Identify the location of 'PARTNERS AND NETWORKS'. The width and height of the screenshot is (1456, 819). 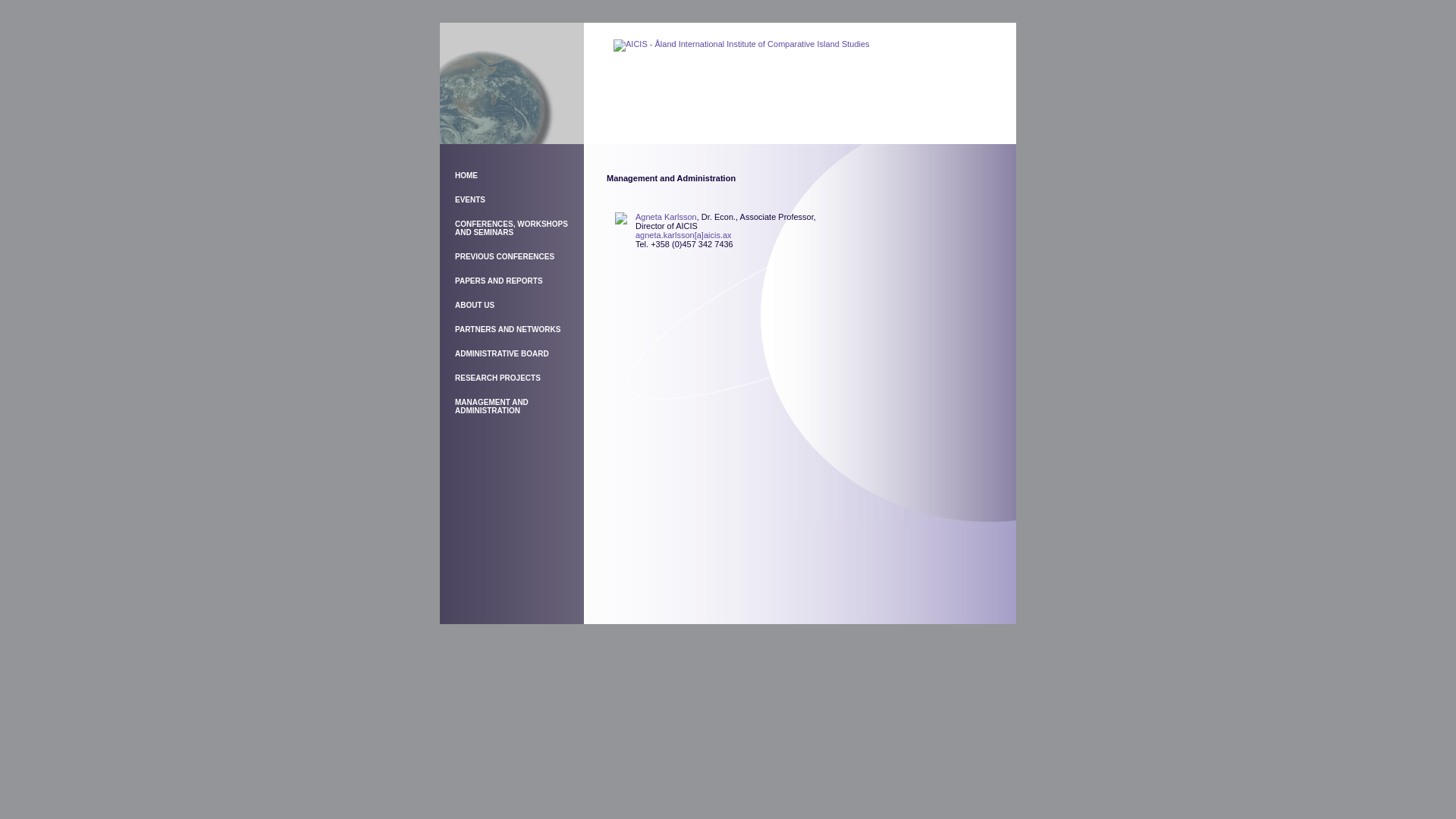
(507, 328).